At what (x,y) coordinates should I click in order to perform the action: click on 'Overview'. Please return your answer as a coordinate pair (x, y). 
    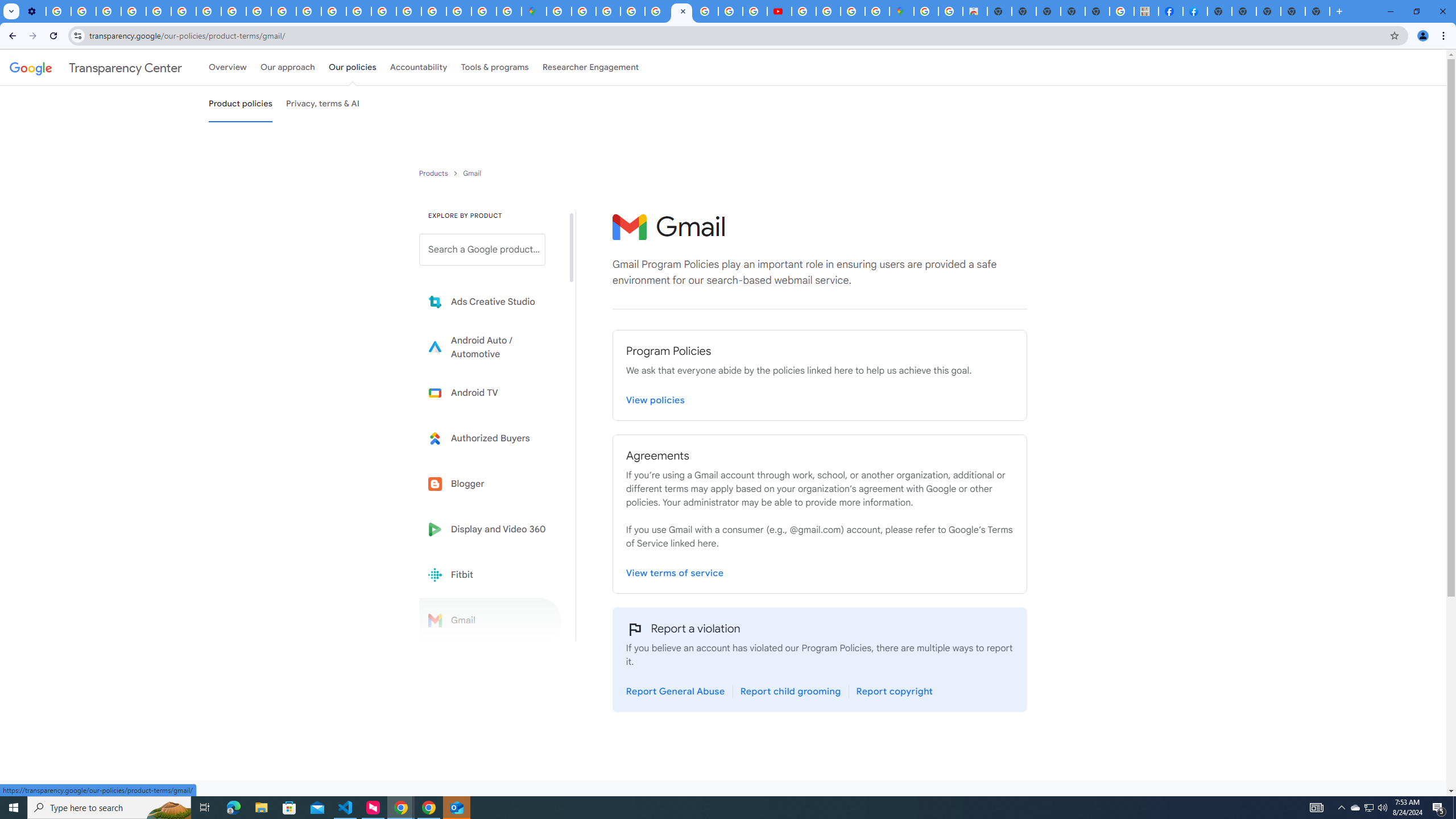
    Looking at the image, I should click on (227, 67).